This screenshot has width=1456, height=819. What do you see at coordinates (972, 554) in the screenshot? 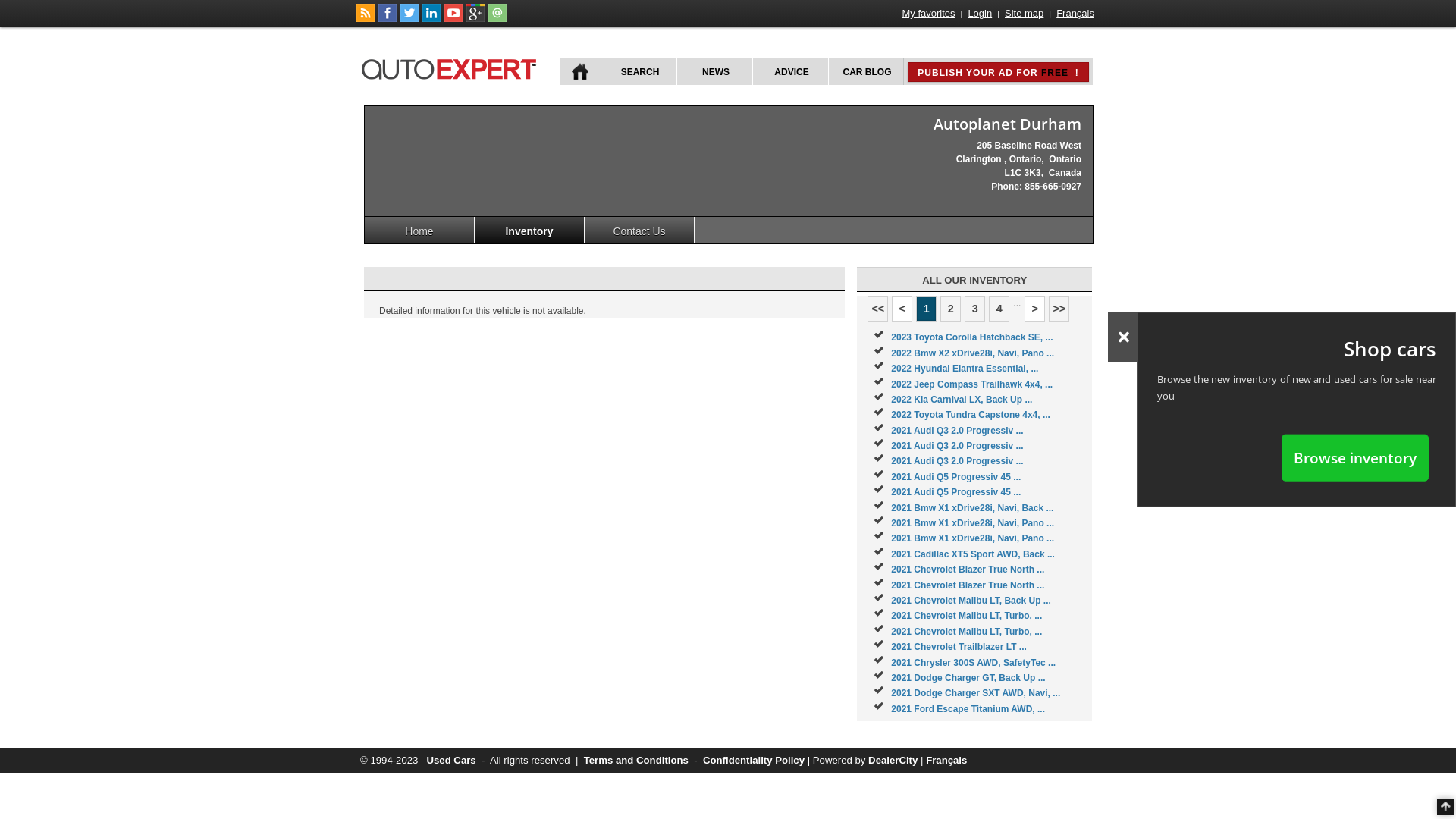
I see `'2021 Cadillac XT5 Sport AWD, Back ...'` at bounding box center [972, 554].